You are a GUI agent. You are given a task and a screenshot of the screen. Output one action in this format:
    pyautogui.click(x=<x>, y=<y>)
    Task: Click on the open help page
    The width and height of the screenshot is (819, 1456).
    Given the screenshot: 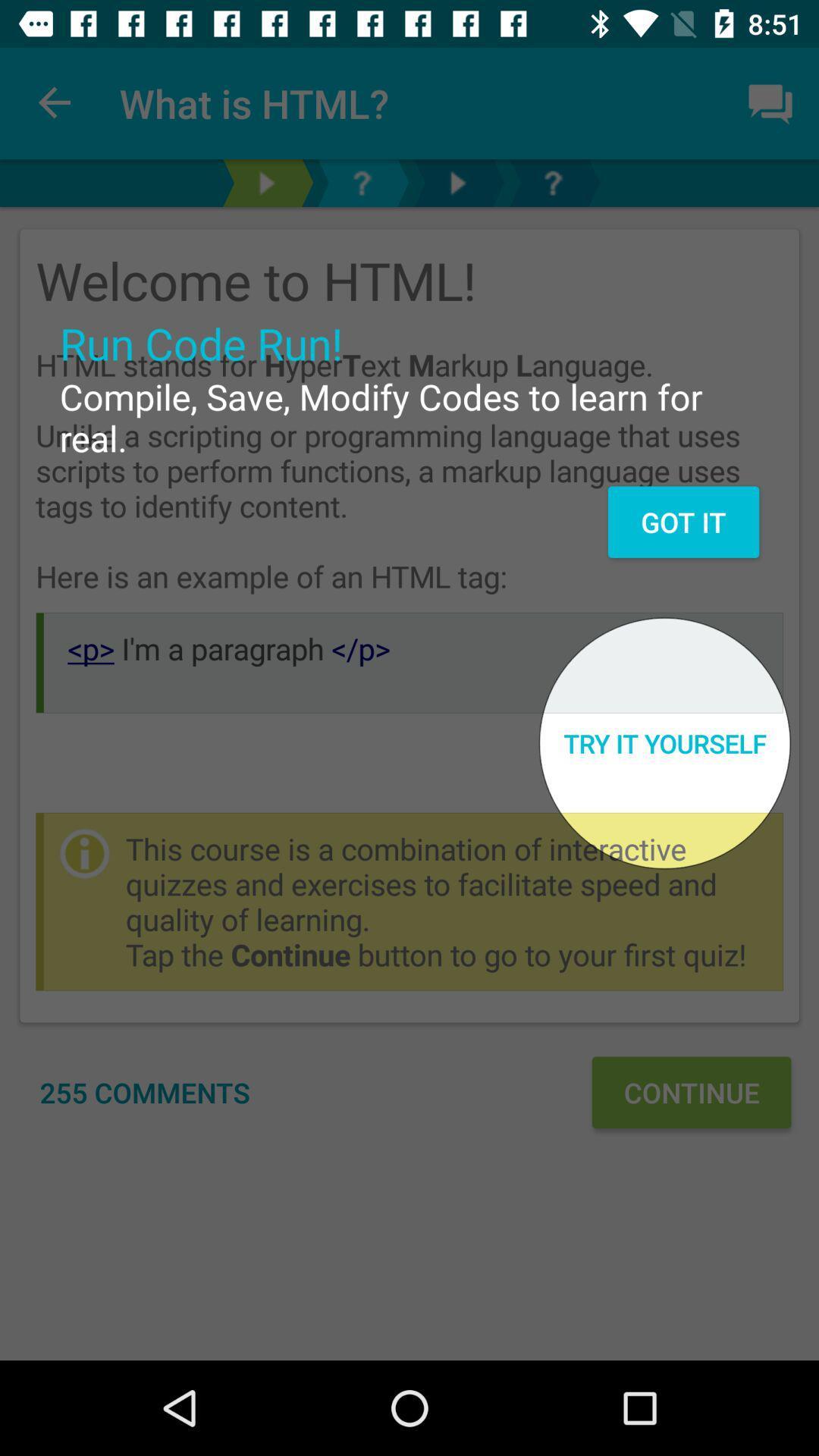 What is the action you would take?
    pyautogui.click(x=553, y=182)
    